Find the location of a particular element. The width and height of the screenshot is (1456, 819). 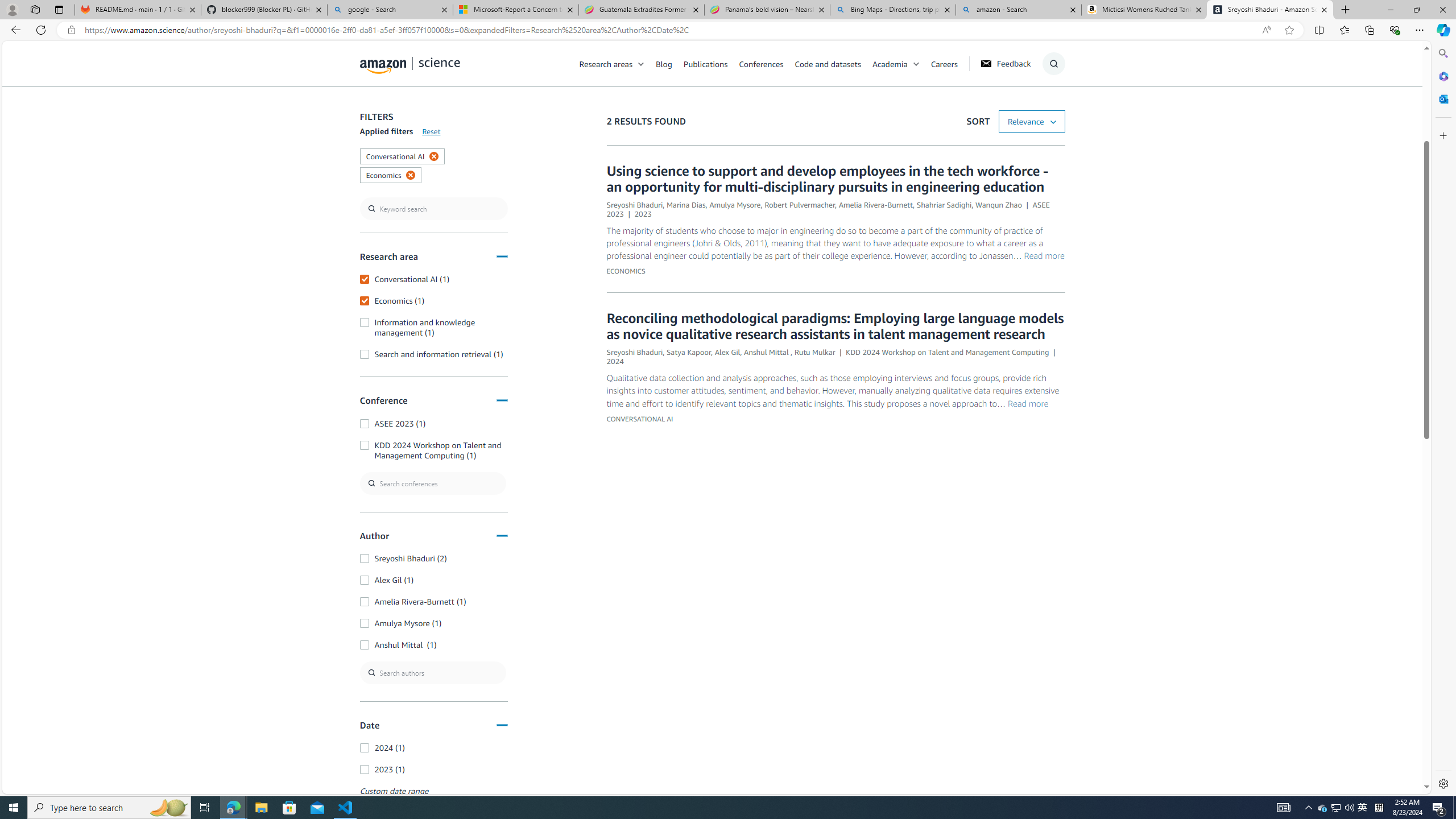

'Research areas' is located at coordinates (617, 63).